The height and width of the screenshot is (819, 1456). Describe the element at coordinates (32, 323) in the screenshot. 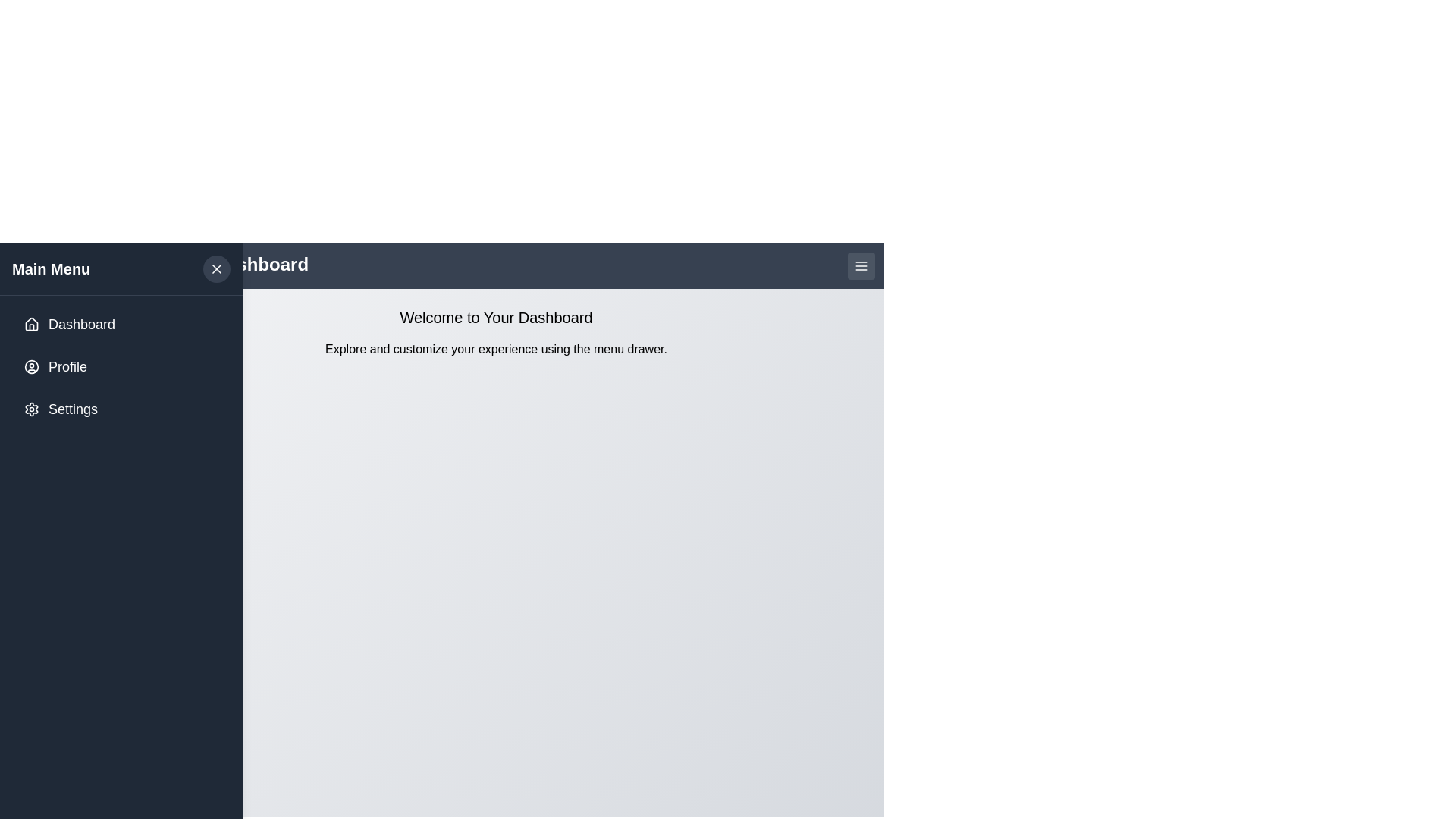

I see `the house-shaped icon located next to the 'Dashboard' text in the vertical navigation menu` at that location.